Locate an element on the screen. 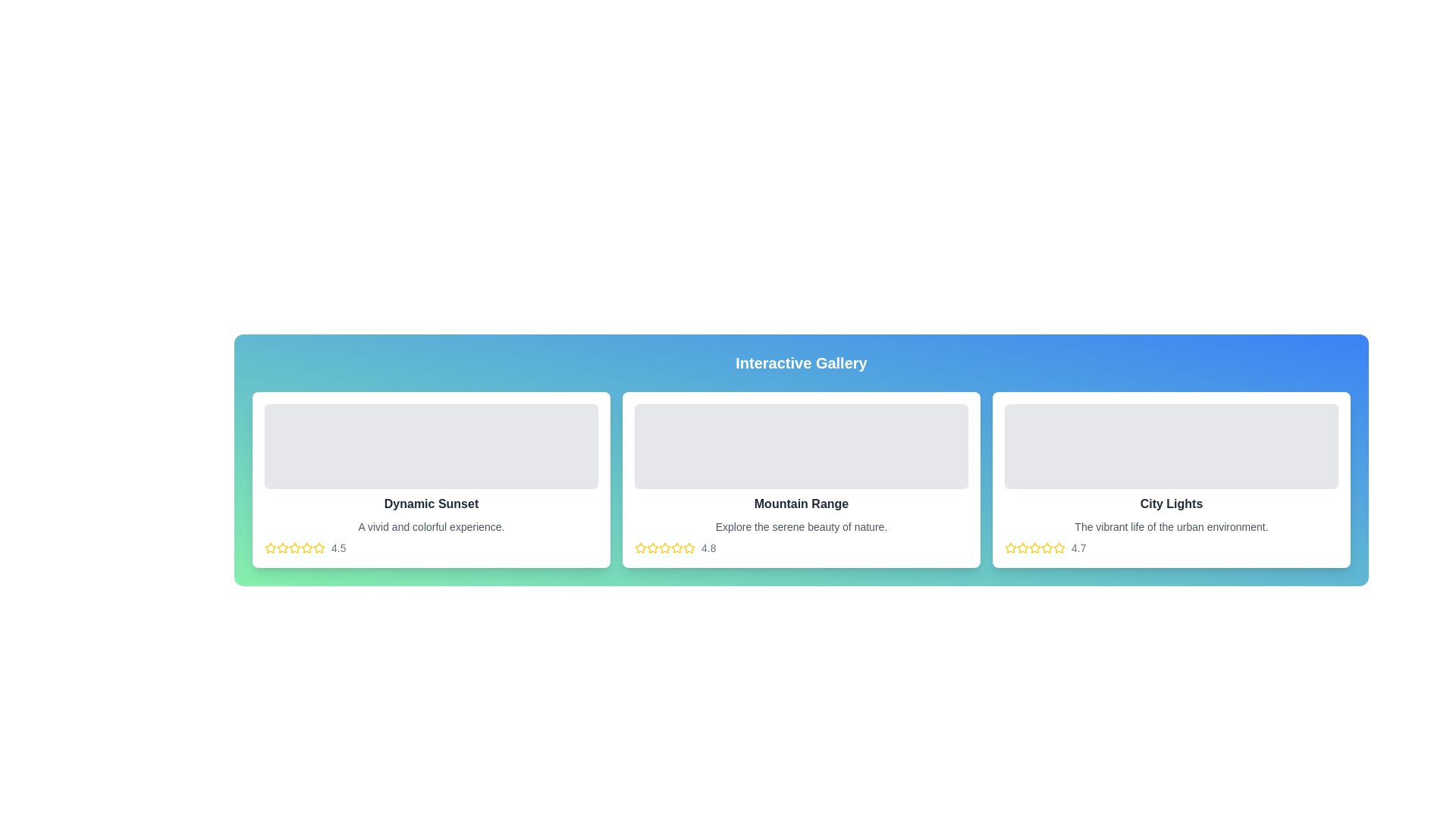 Image resolution: width=1456 pixels, height=819 pixels. the second star-shaped icon is located at coordinates (318, 548).